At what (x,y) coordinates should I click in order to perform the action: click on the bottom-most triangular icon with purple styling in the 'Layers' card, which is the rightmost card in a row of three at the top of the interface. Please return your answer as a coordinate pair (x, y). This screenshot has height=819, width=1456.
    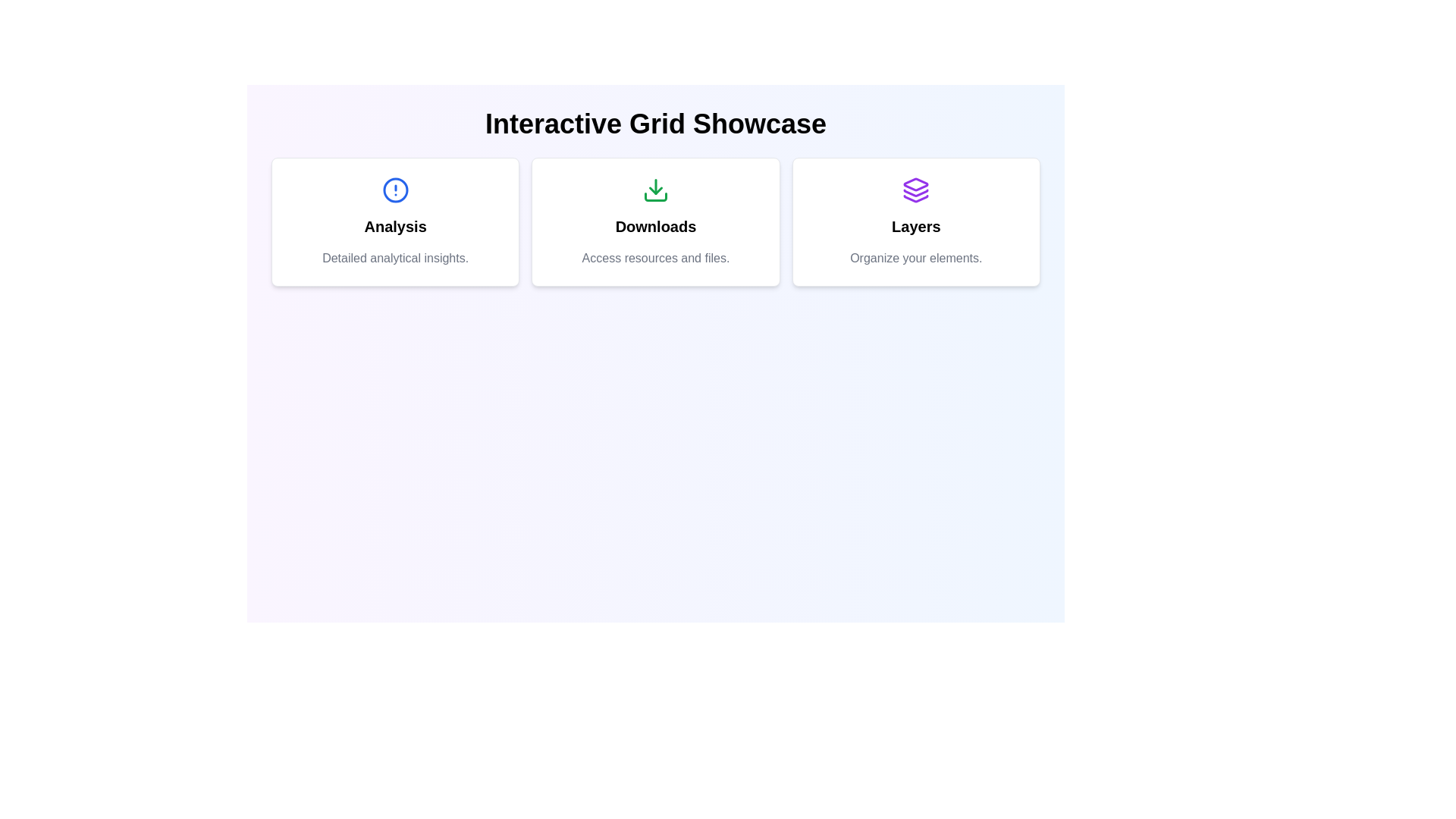
    Looking at the image, I should click on (915, 198).